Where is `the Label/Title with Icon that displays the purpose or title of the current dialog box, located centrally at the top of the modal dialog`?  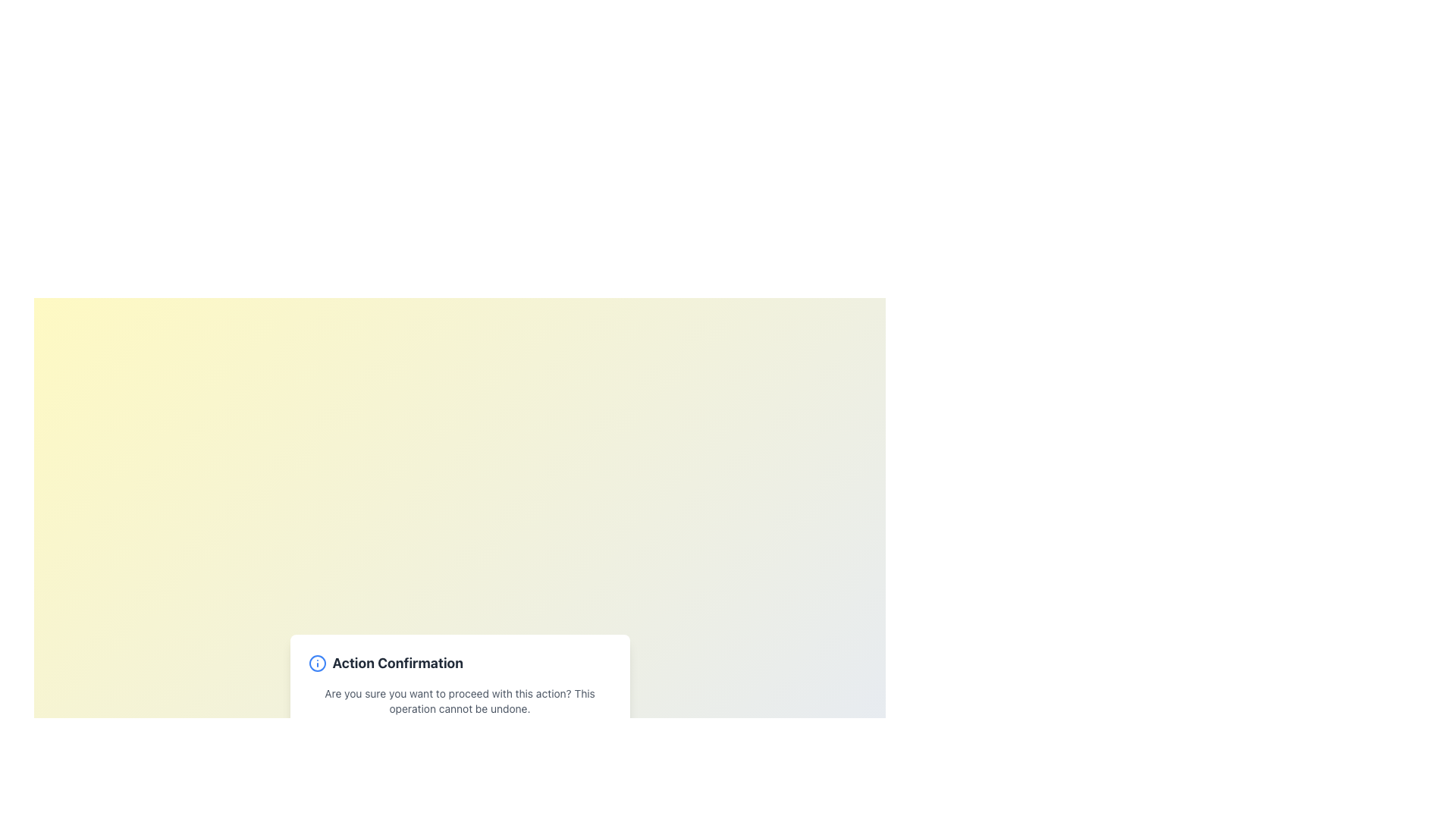 the Label/Title with Icon that displays the purpose or title of the current dialog box, located centrally at the top of the modal dialog is located at coordinates (459, 663).